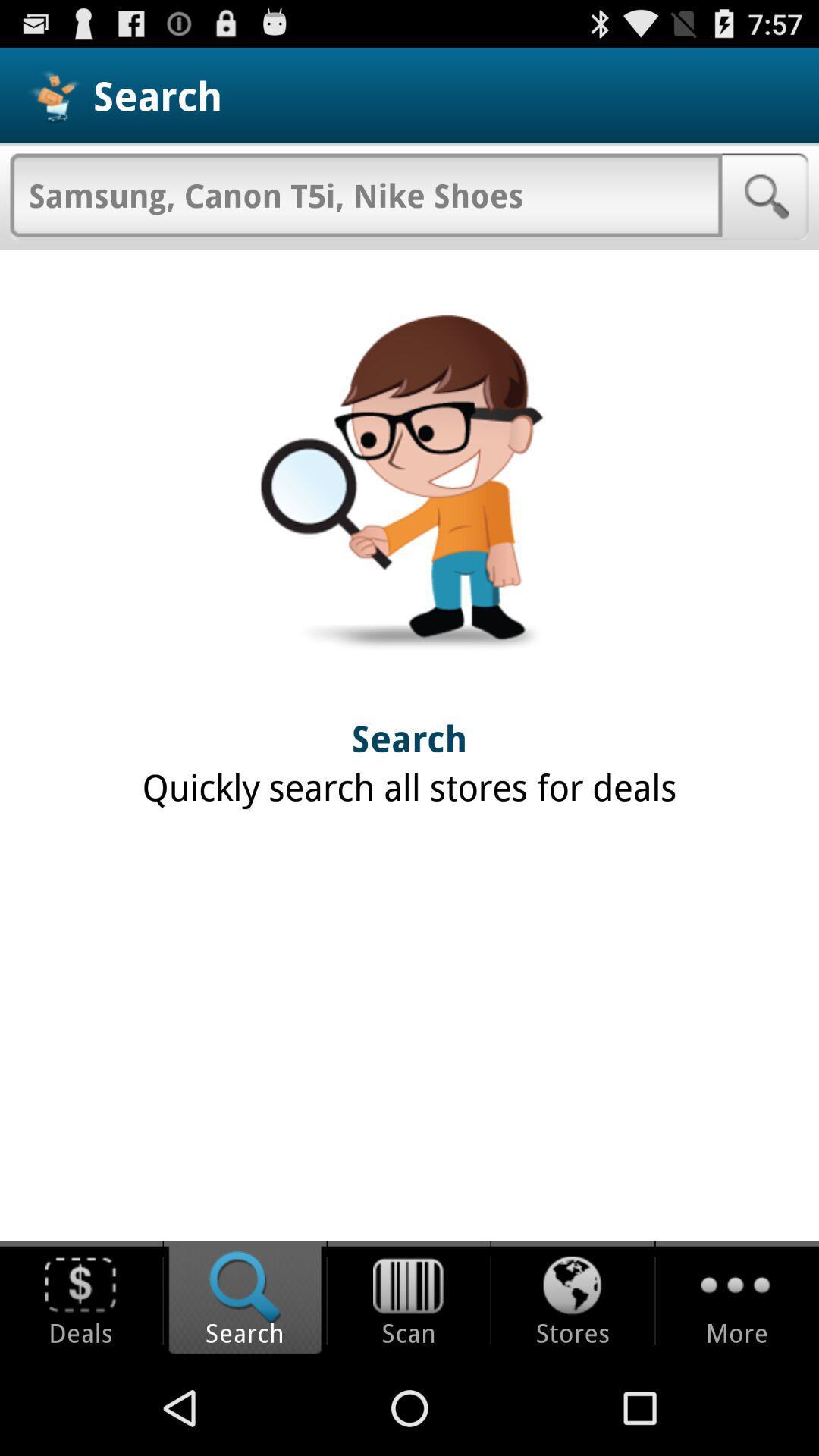  What do you see at coordinates (366, 194) in the screenshot?
I see `item below search item` at bounding box center [366, 194].